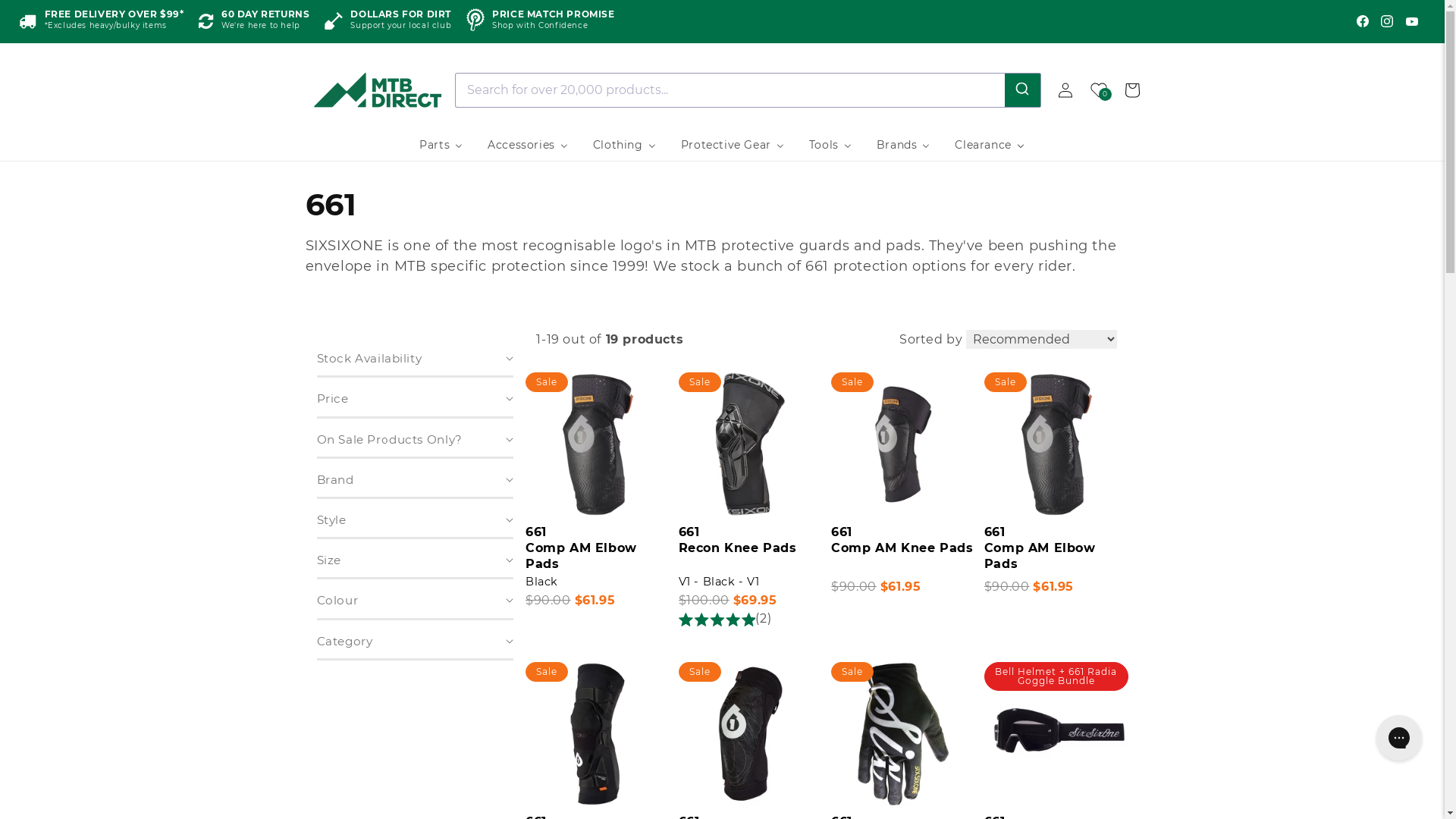 The height and width of the screenshot is (819, 1456). What do you see at coordinates (625, 145) in the screenshot?
I see `'Clothing'` at bounding box center [625, 145].